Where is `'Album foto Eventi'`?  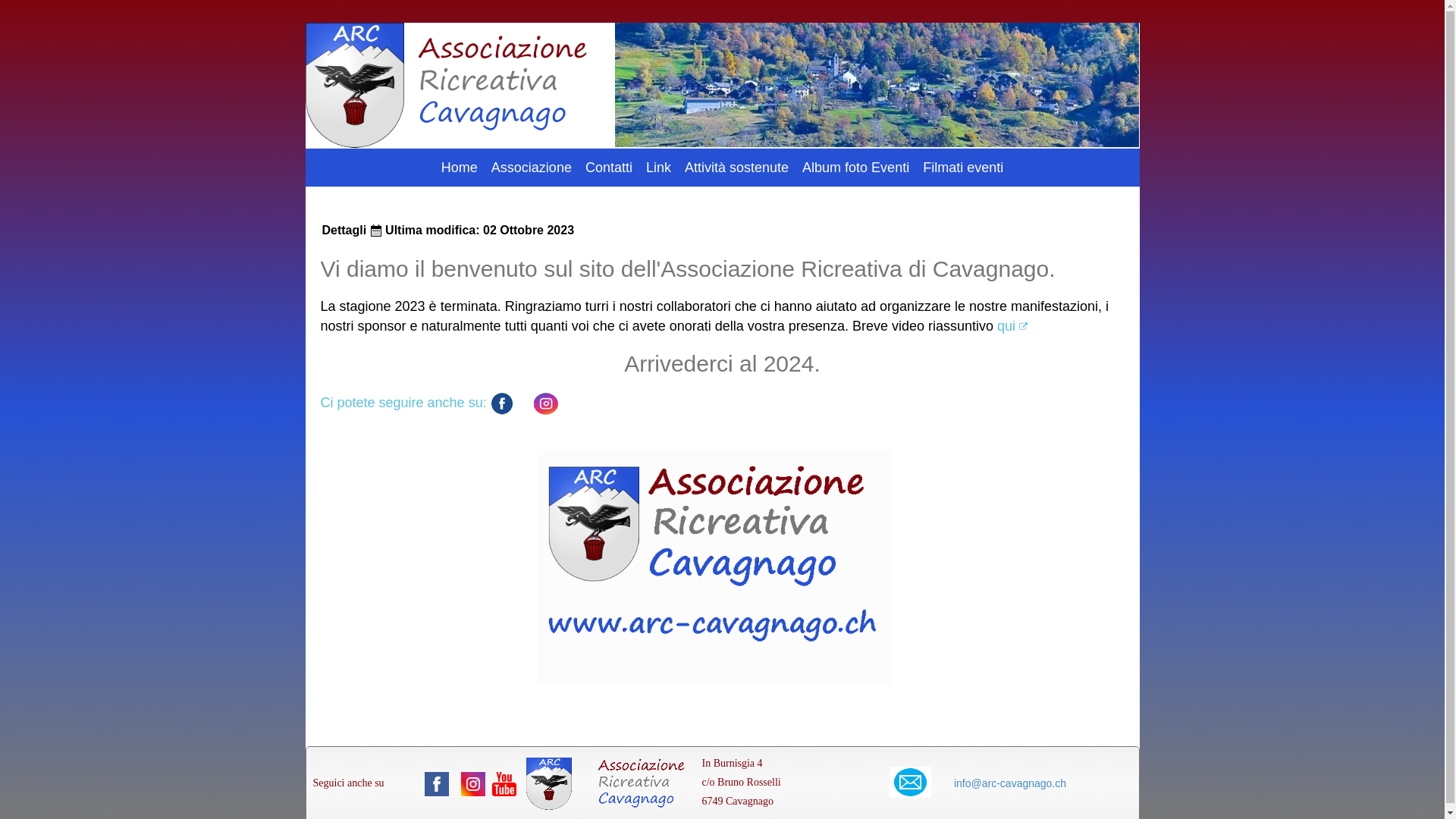 'Album foto Eventi' is located at coordinates (855, 167).